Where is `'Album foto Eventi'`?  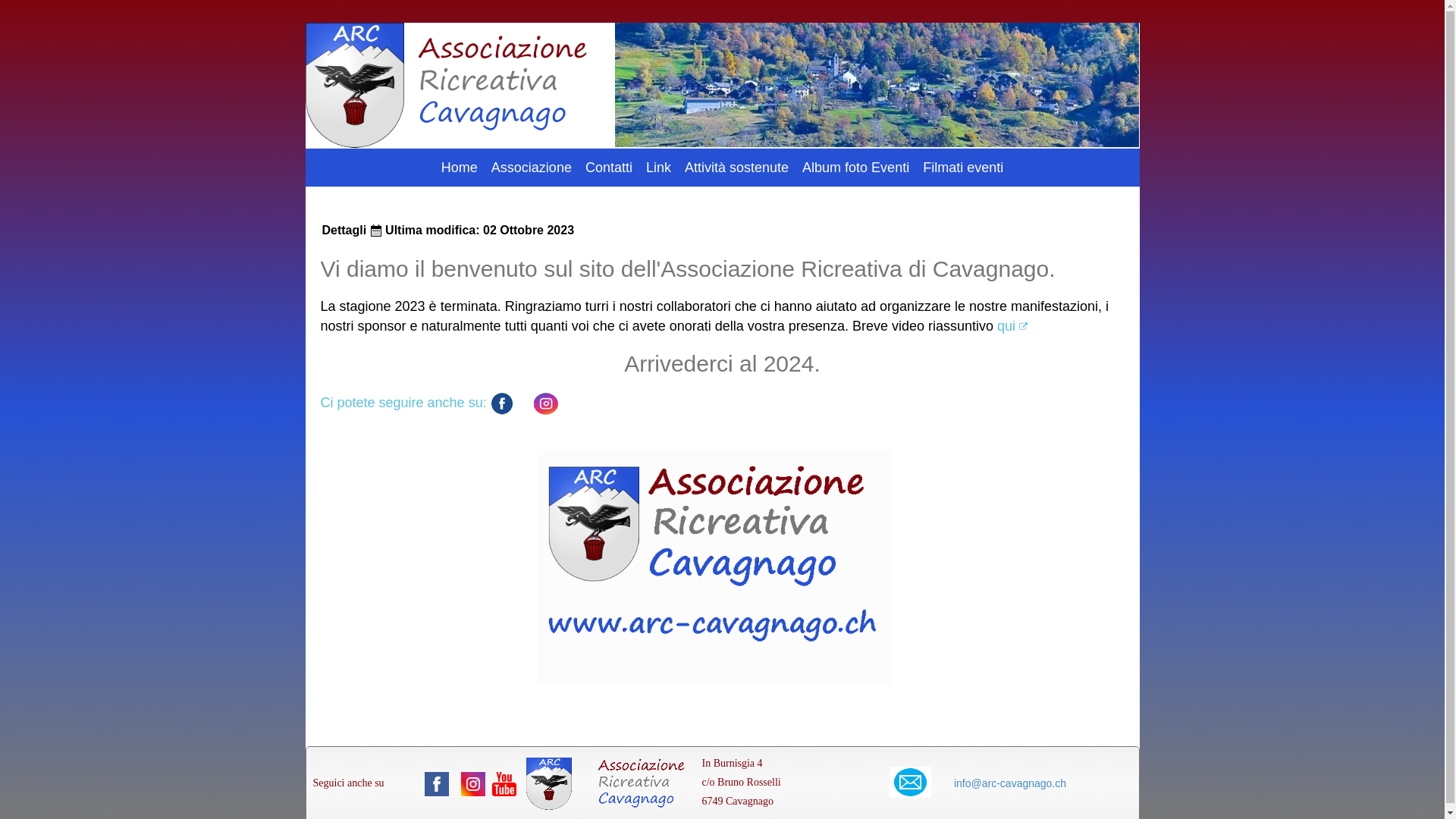 'Album foto Eventi' is located at coordinates (855, 167).